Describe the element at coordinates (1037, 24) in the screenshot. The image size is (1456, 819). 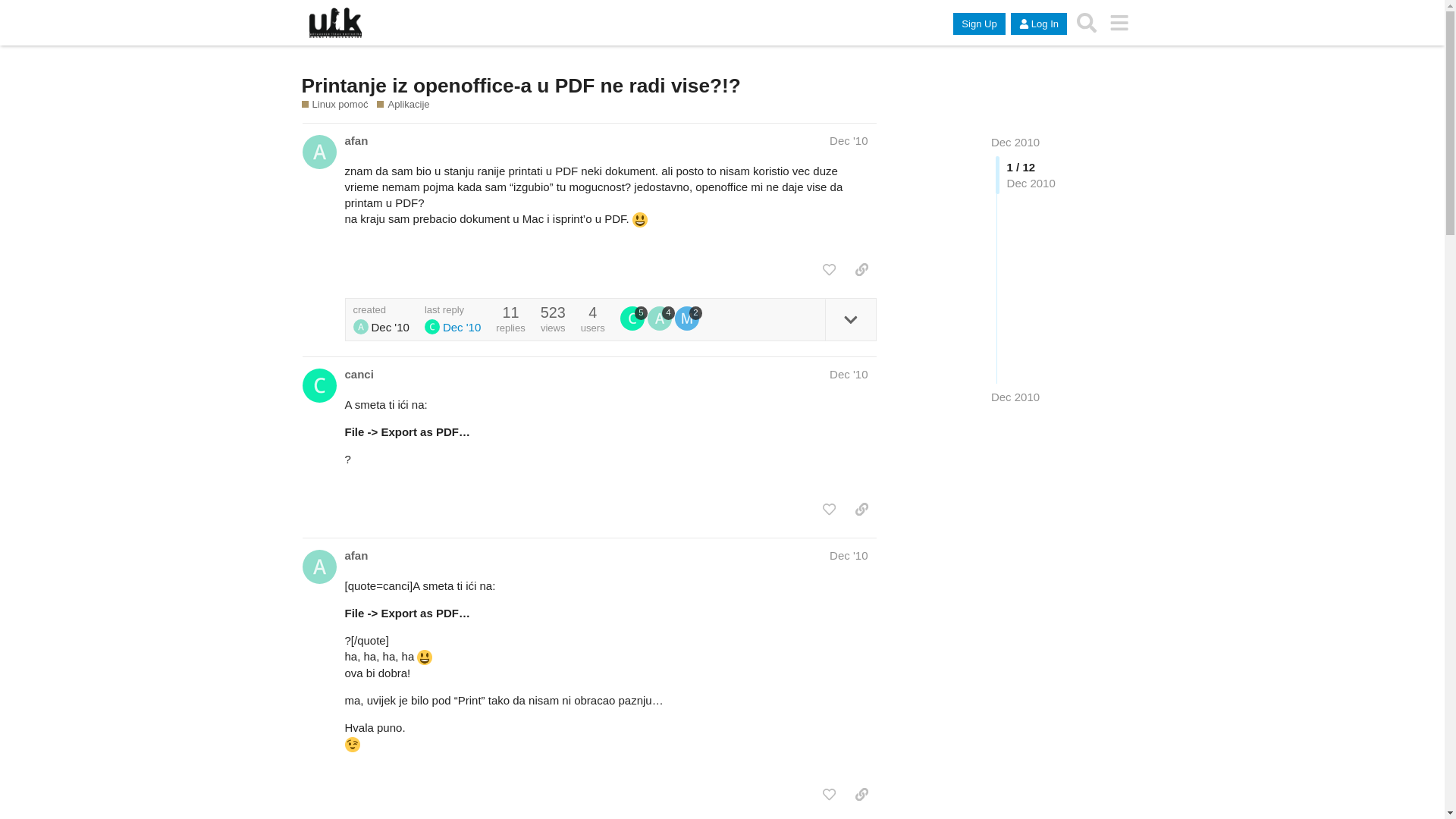
I see `'Log In'` at that location.